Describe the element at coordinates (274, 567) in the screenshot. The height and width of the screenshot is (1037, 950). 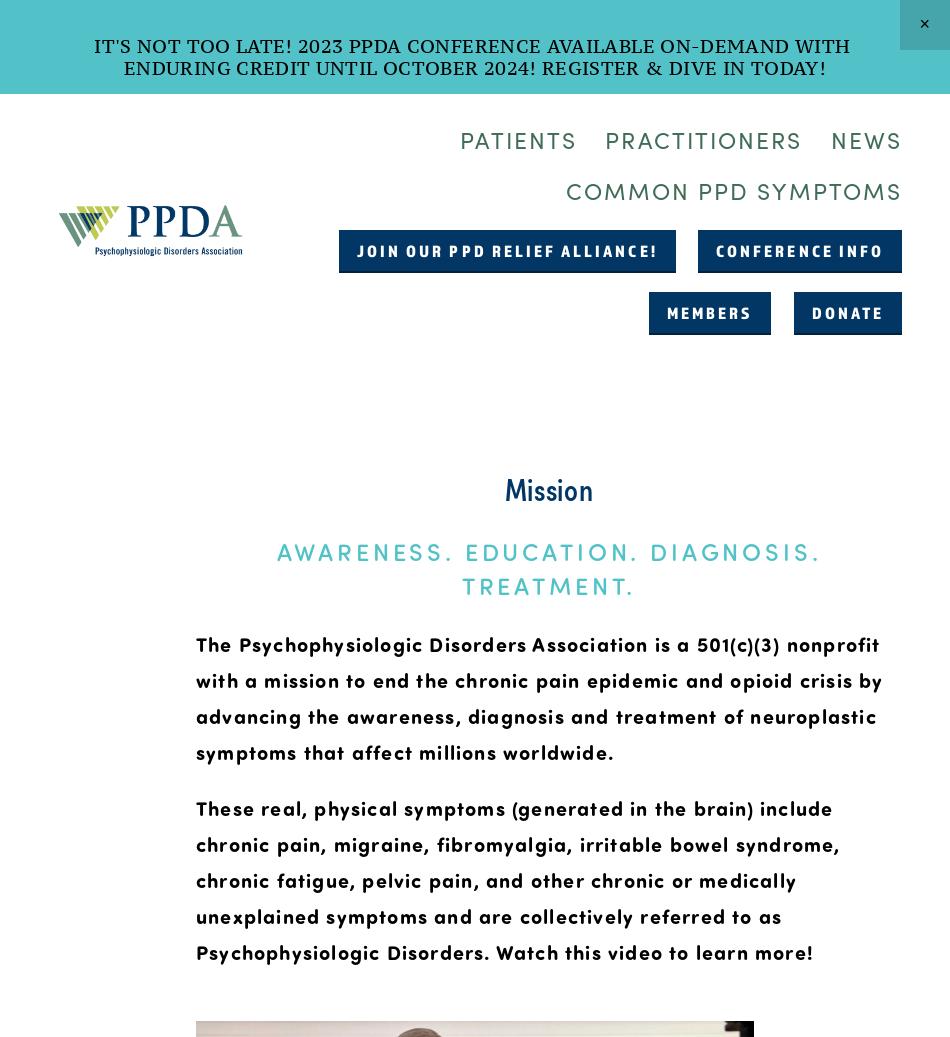
I see `'awareness. education. diagnosis. treatment.'` at that location.